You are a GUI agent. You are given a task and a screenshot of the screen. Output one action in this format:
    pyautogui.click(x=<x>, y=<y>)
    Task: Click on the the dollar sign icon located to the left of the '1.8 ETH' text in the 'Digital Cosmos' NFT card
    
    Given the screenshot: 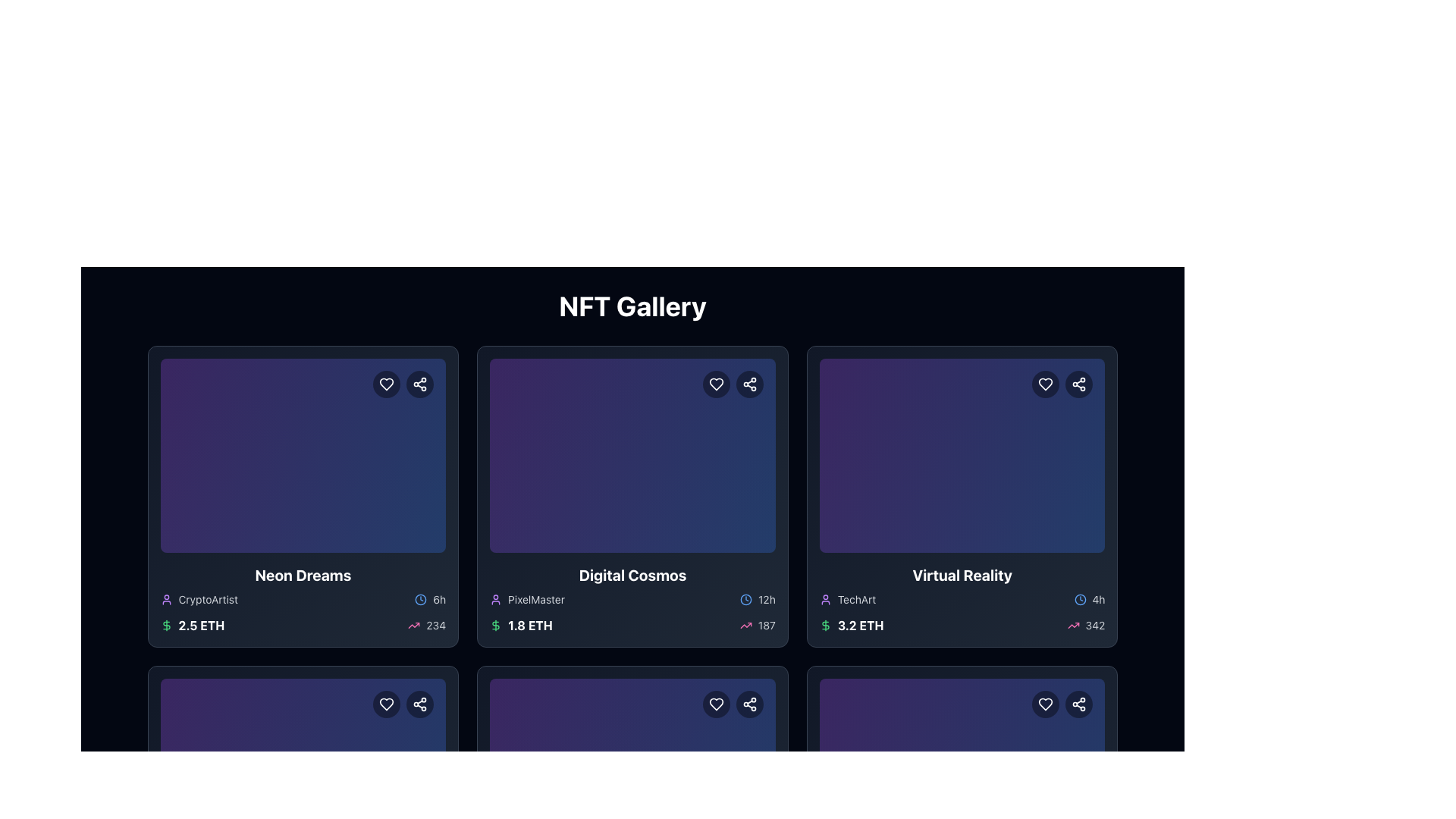 What is the action you would take?
    pyautogui.click(x=496, y=626)
    